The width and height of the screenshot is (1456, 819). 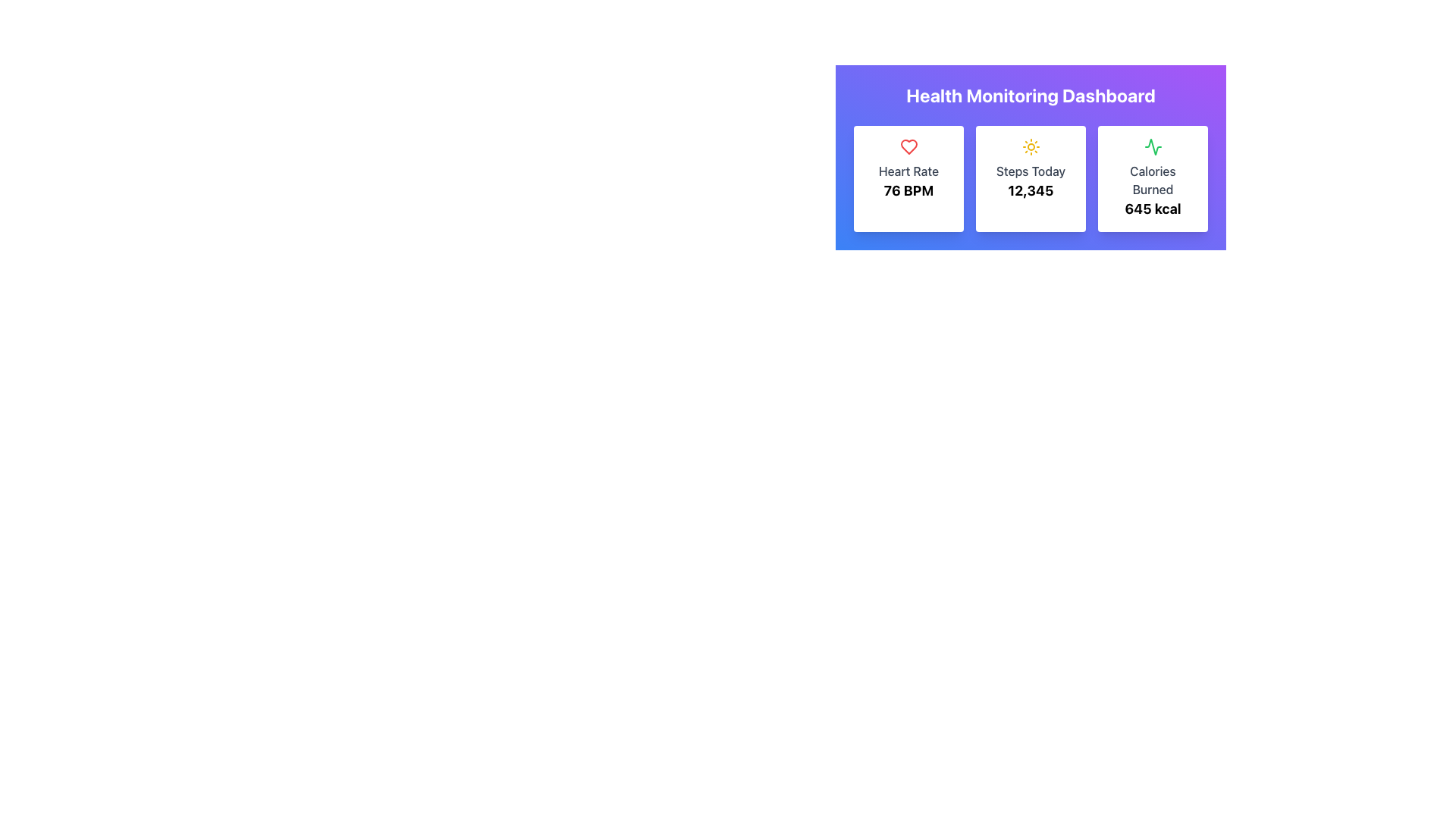 I want to click on the sun icon located at the top of the 'Steps Today' card, which is the second card in a row of three cards, so click(x=1031, y=146).